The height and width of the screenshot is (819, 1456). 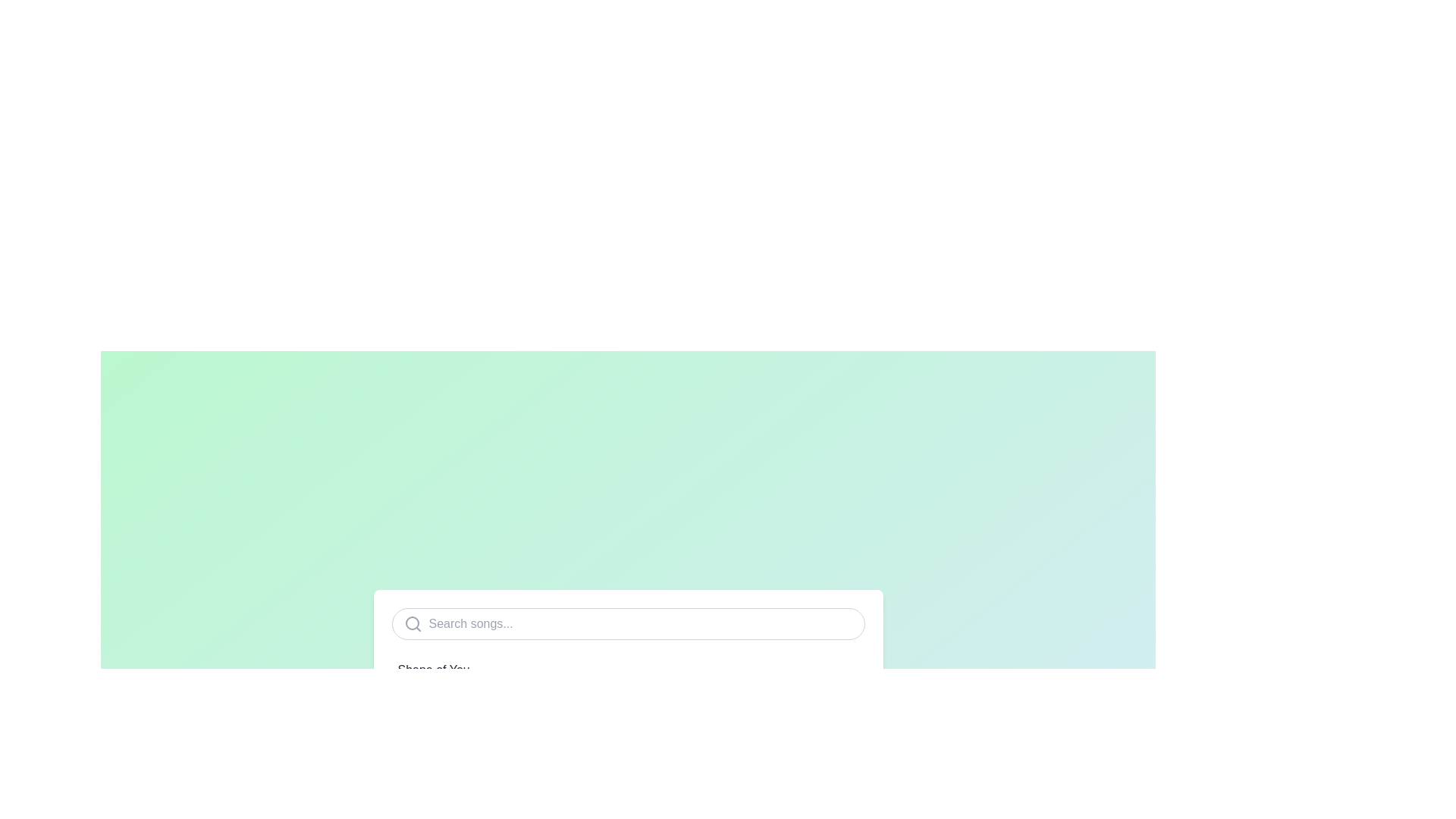 What do you see at coordinates (849, 730) in the screenshot?
I see `the green circular SVG element located at the bottom-right corner of the interface` at bounding box center [849, 730].